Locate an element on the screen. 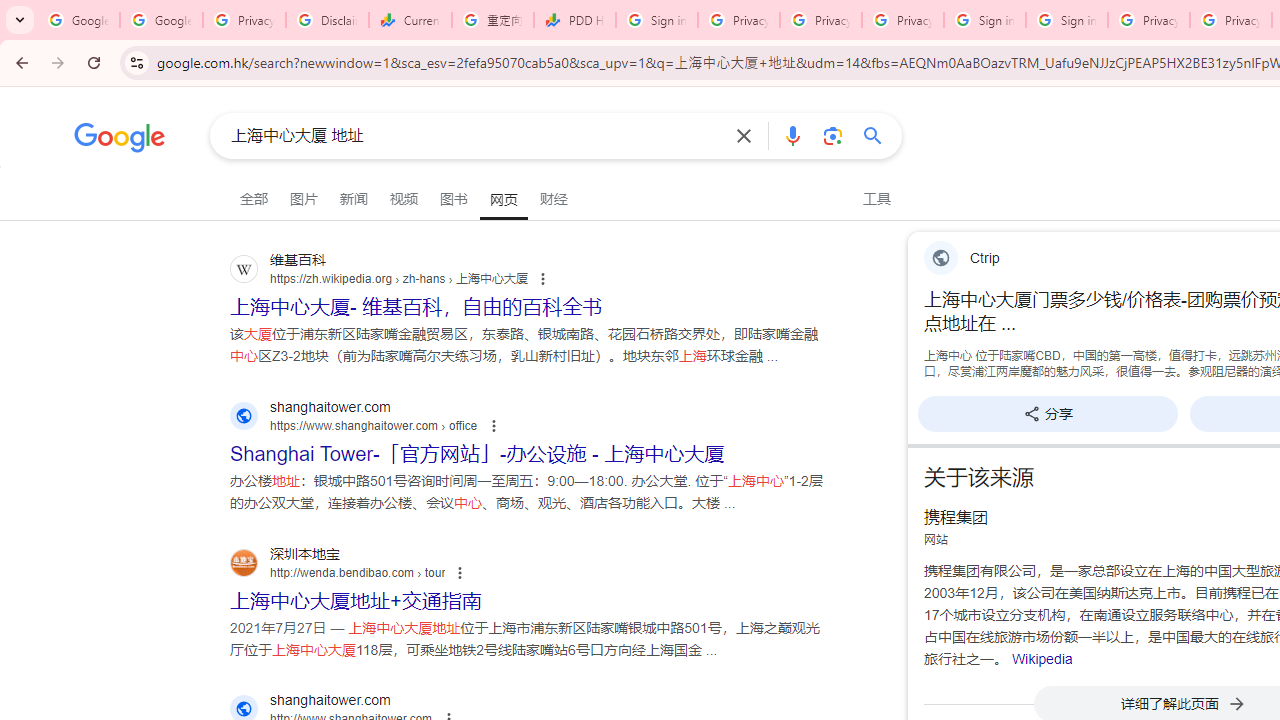 The image size is (1280, 720). 'Sign in - Google Accounts' is located at coordinates (1066, 20).